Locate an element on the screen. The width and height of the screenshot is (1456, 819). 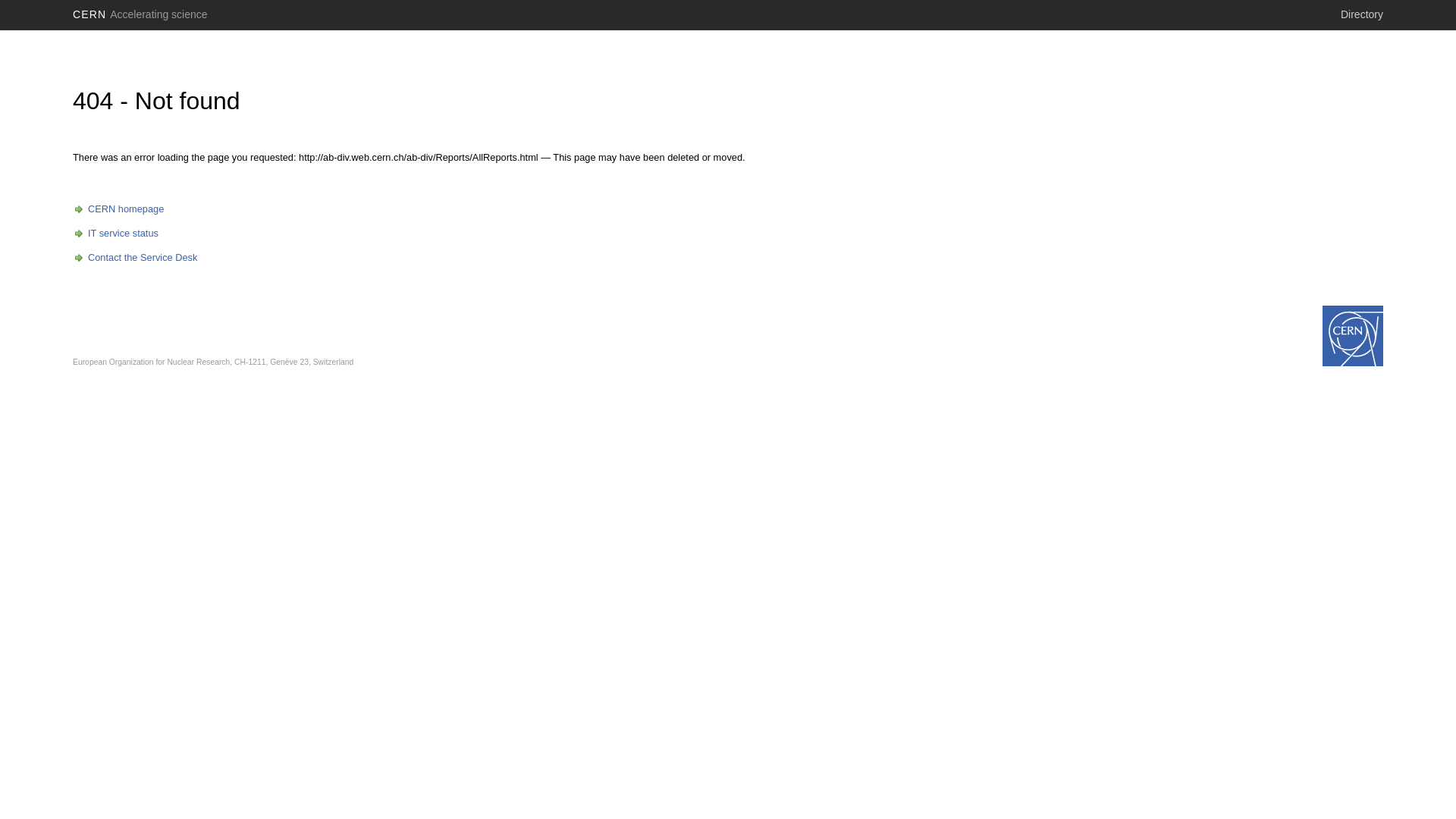
'Contact the Service Desk' is located at coordinates (134, 256).